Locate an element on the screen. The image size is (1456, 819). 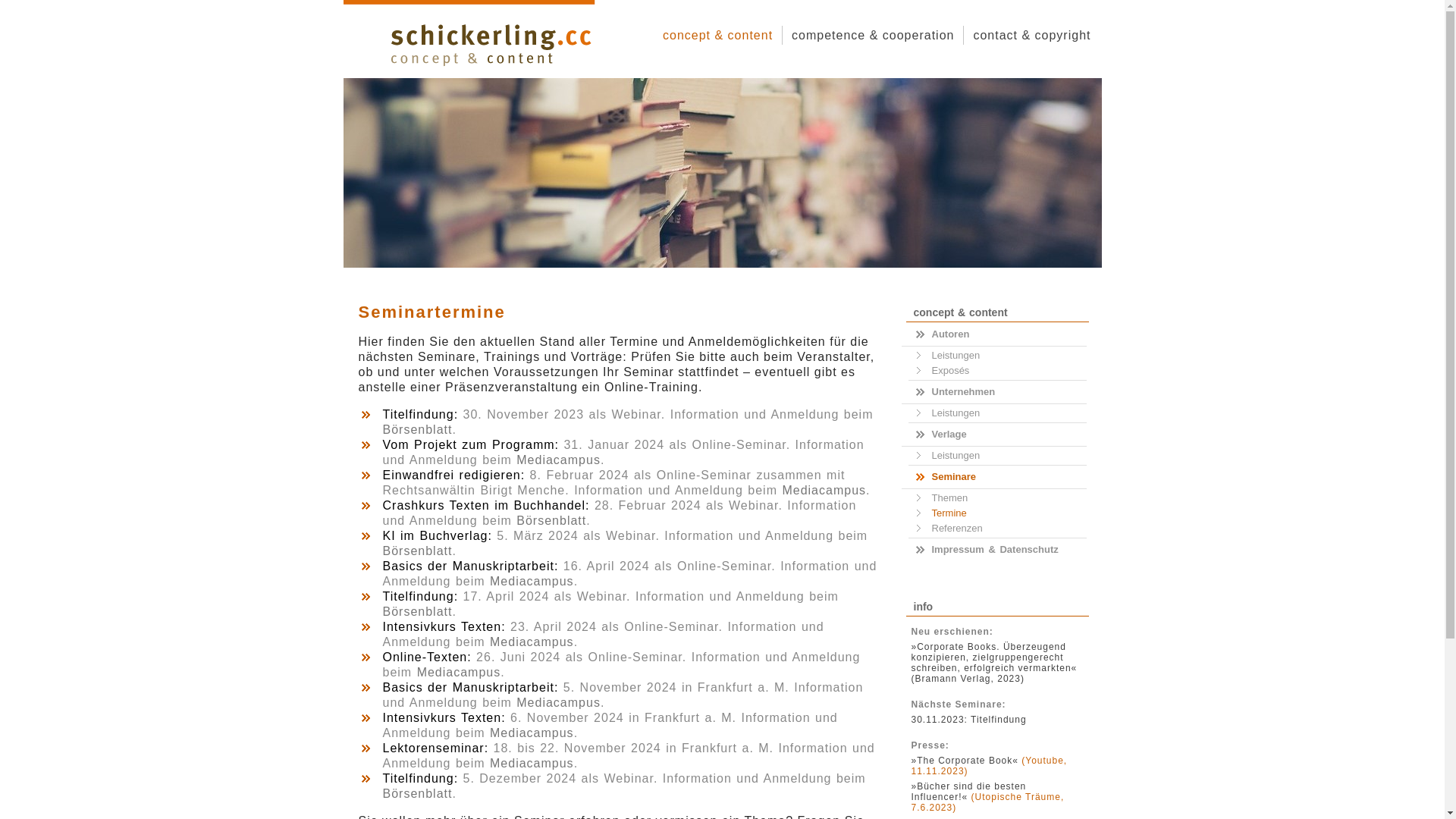
'Seminare' is located at coordinates (908, 475).